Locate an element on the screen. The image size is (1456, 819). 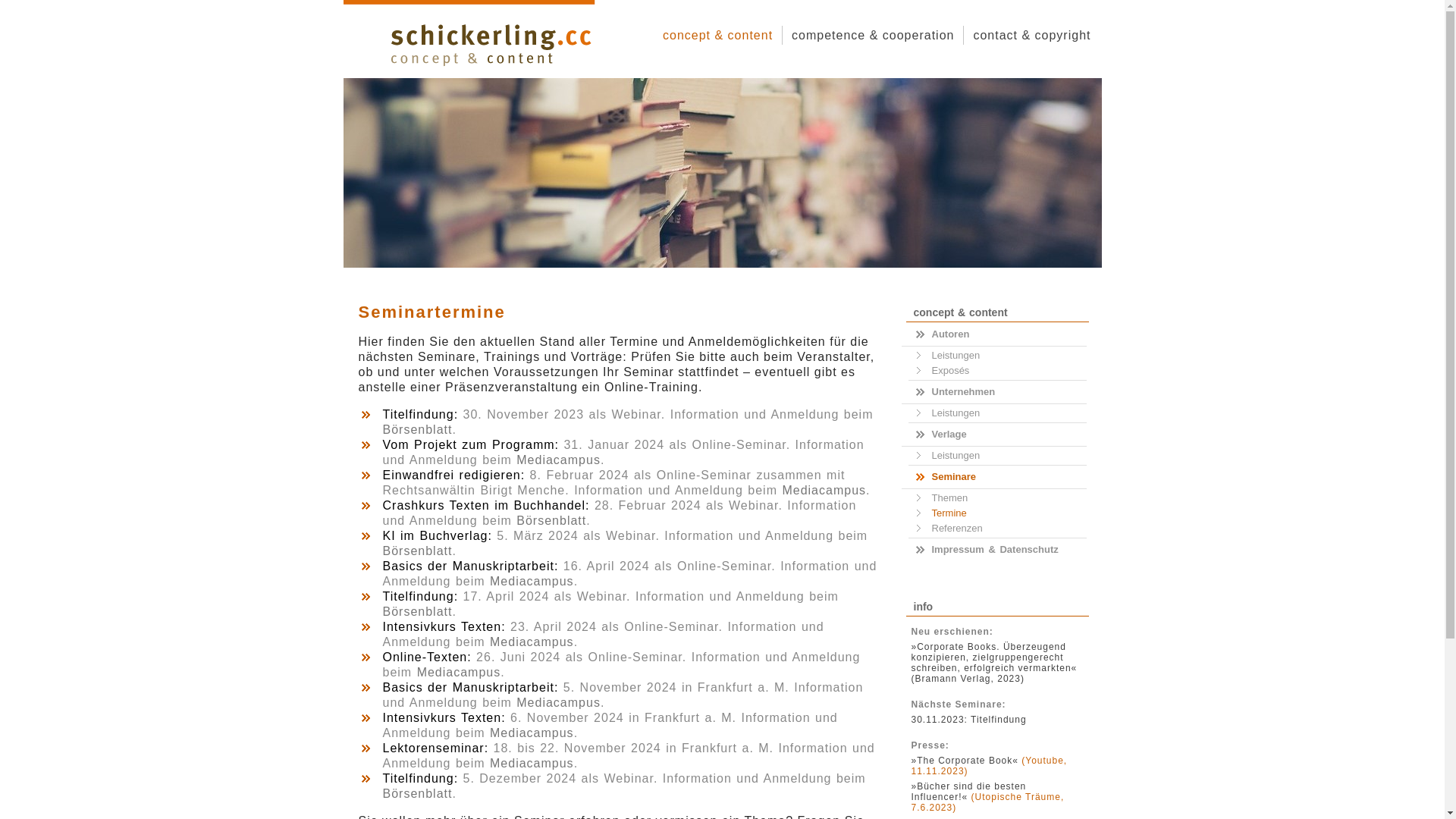
'Seminare' is located at coordinates (908, 475).